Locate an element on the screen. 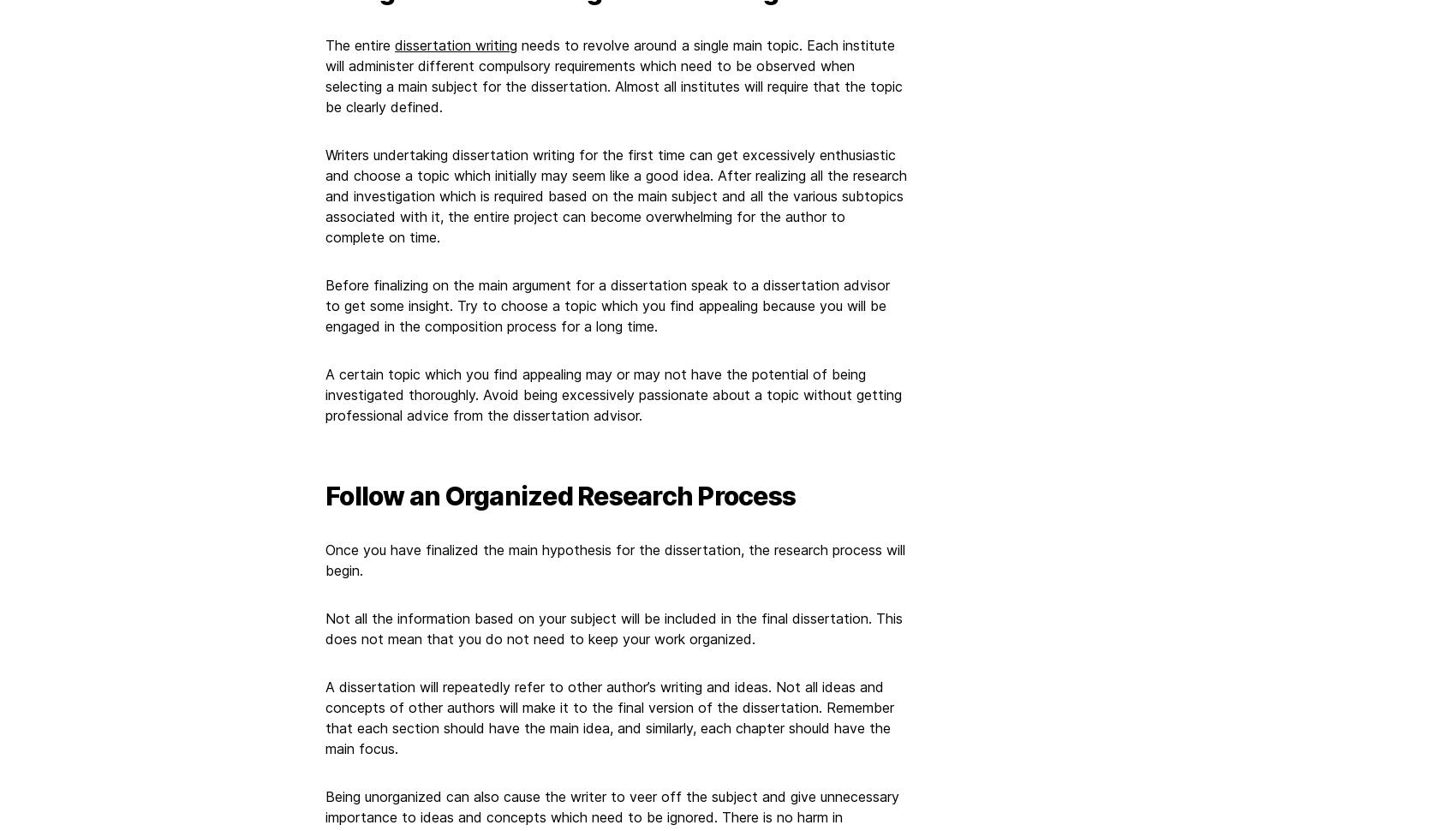  'The entire' is located at coordinates (359, 43).